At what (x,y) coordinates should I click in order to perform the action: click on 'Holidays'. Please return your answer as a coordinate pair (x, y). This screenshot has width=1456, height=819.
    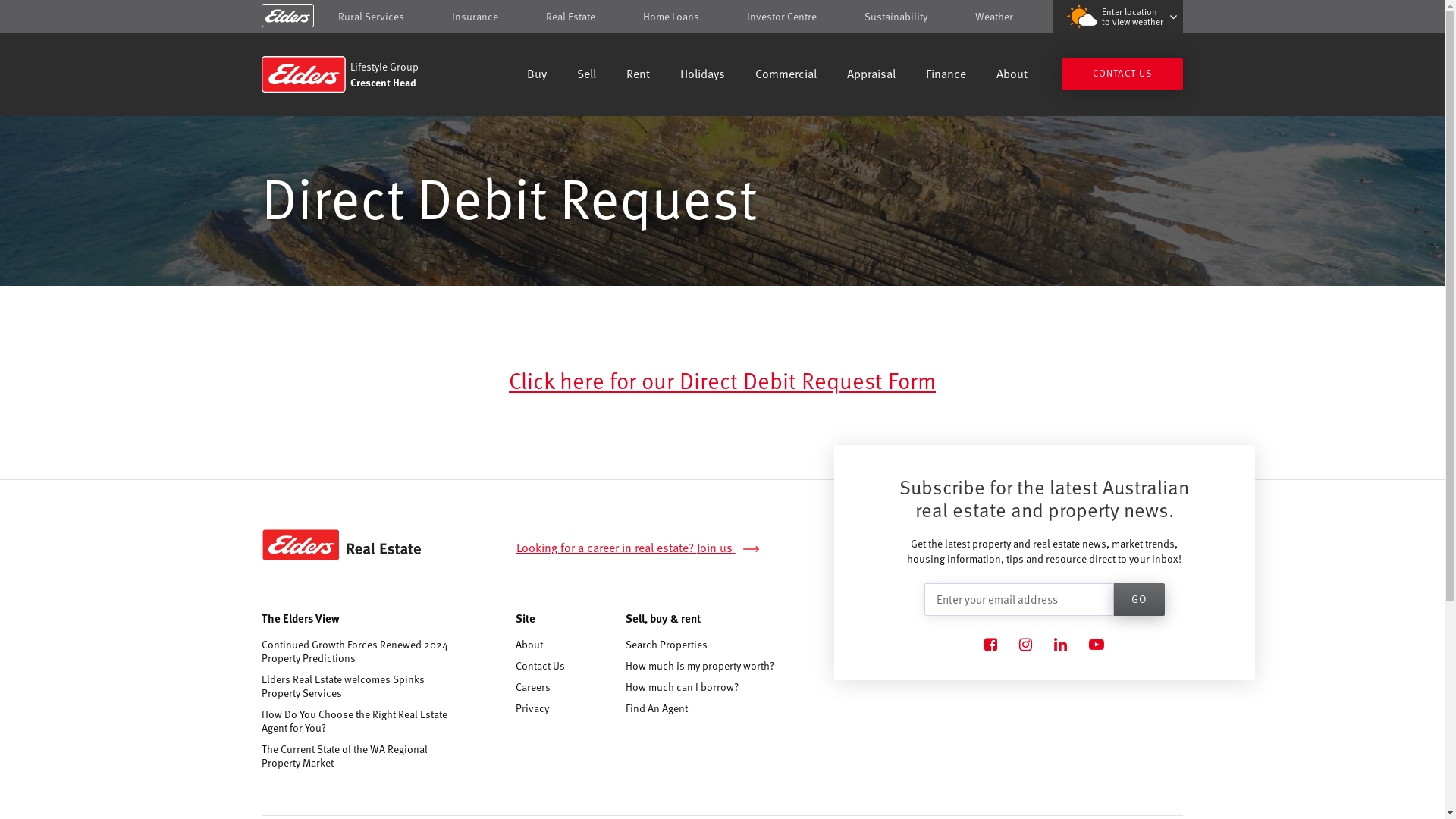
    Looking at the image, I should click on (701, 75).